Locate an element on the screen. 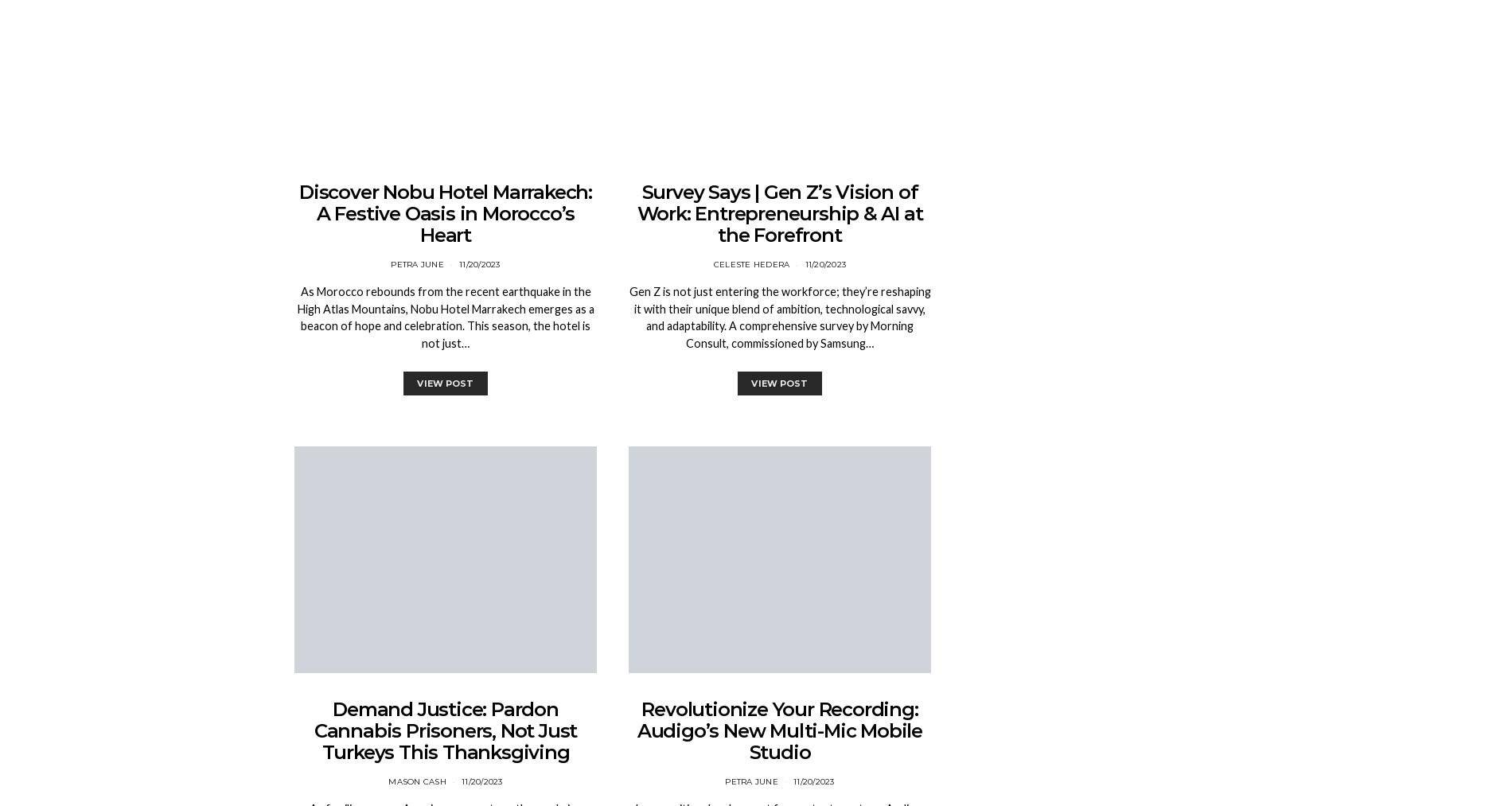  'Gen Z is not just entering the workforce; they’re reshaping it with their unique blend of ambition, technological savvy, and adaptability. A comprehensive survey by Morning Consult, commissioned by Samsung…' is located at coordinates (779, 317).